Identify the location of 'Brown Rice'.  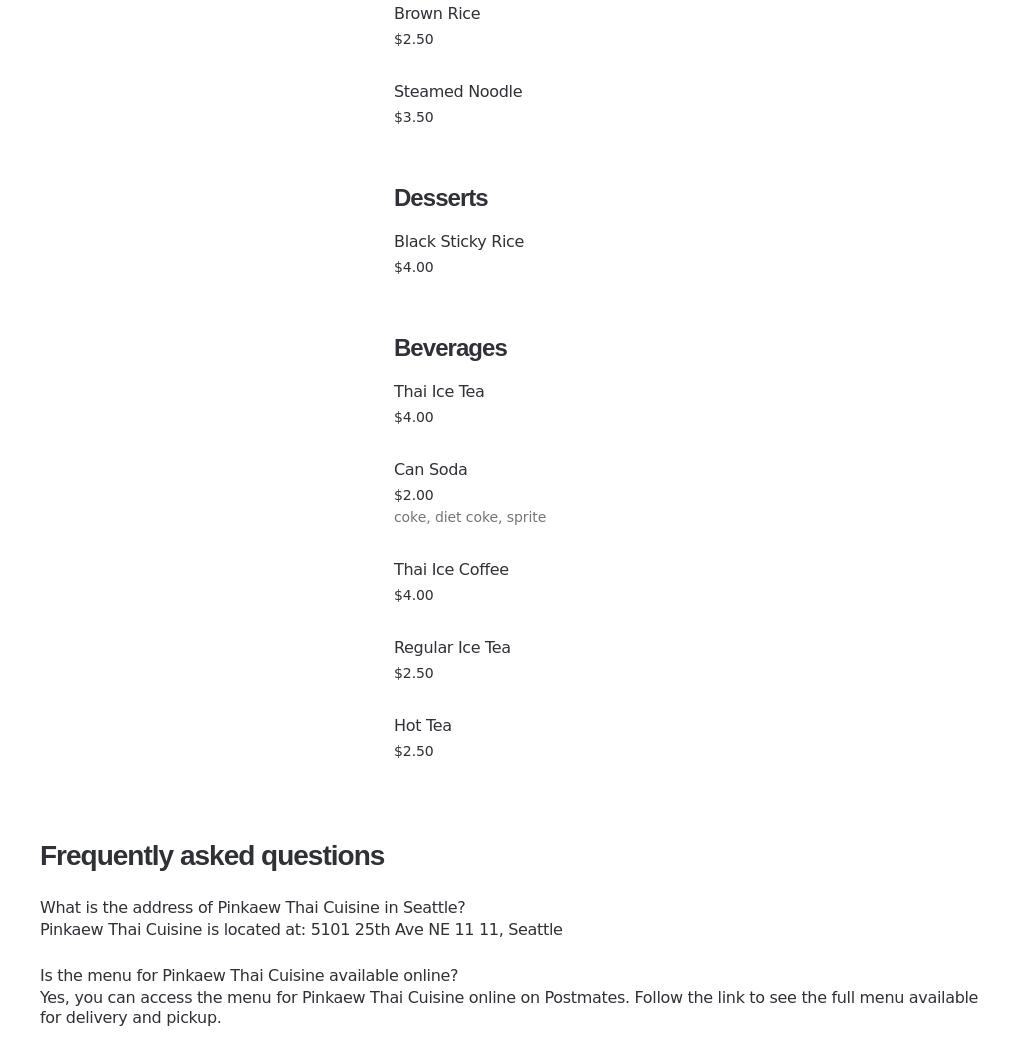
(393, 12).